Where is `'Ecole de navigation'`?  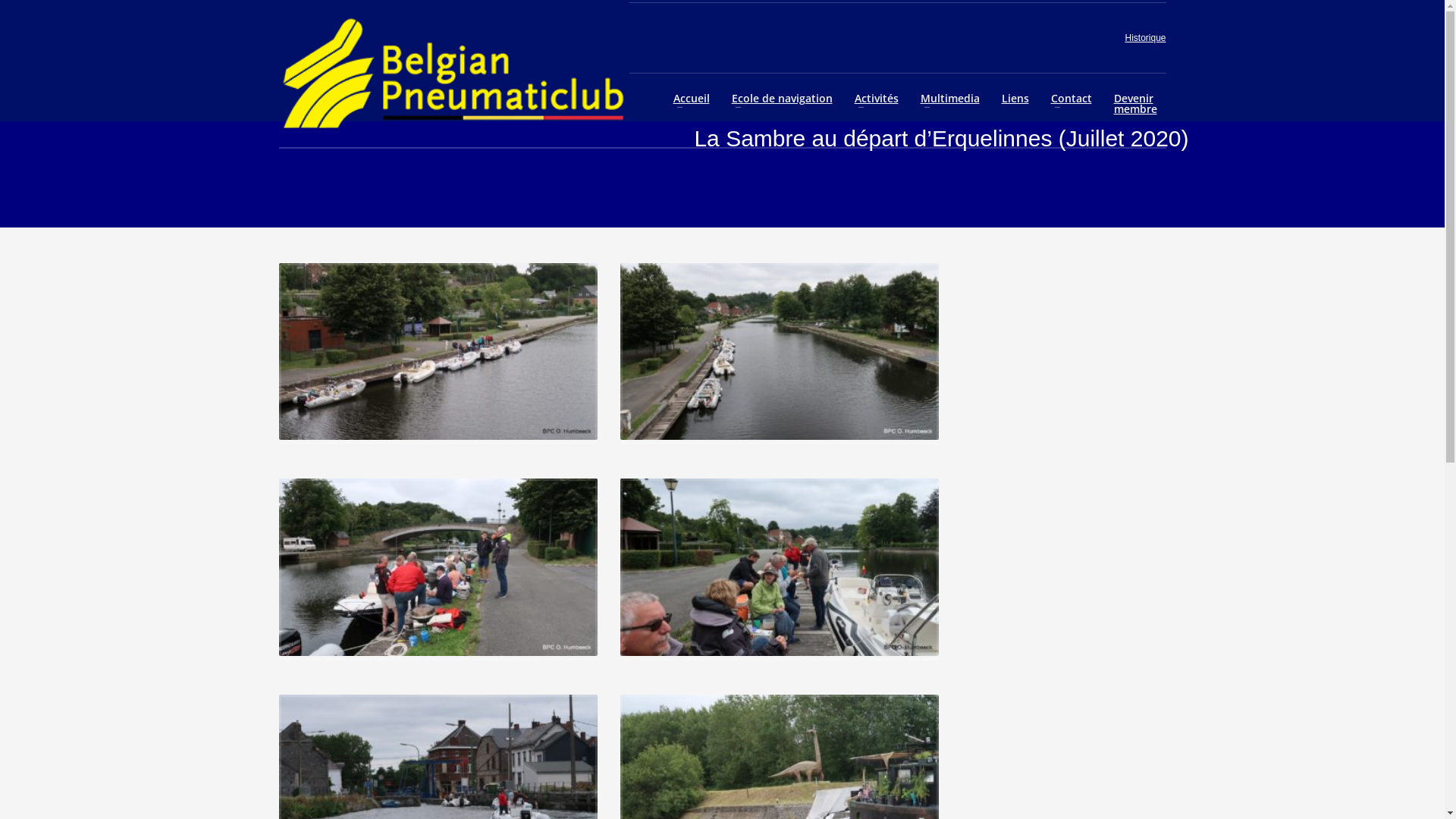
'Ecole de navigation' is located at coordinates (782, 99).